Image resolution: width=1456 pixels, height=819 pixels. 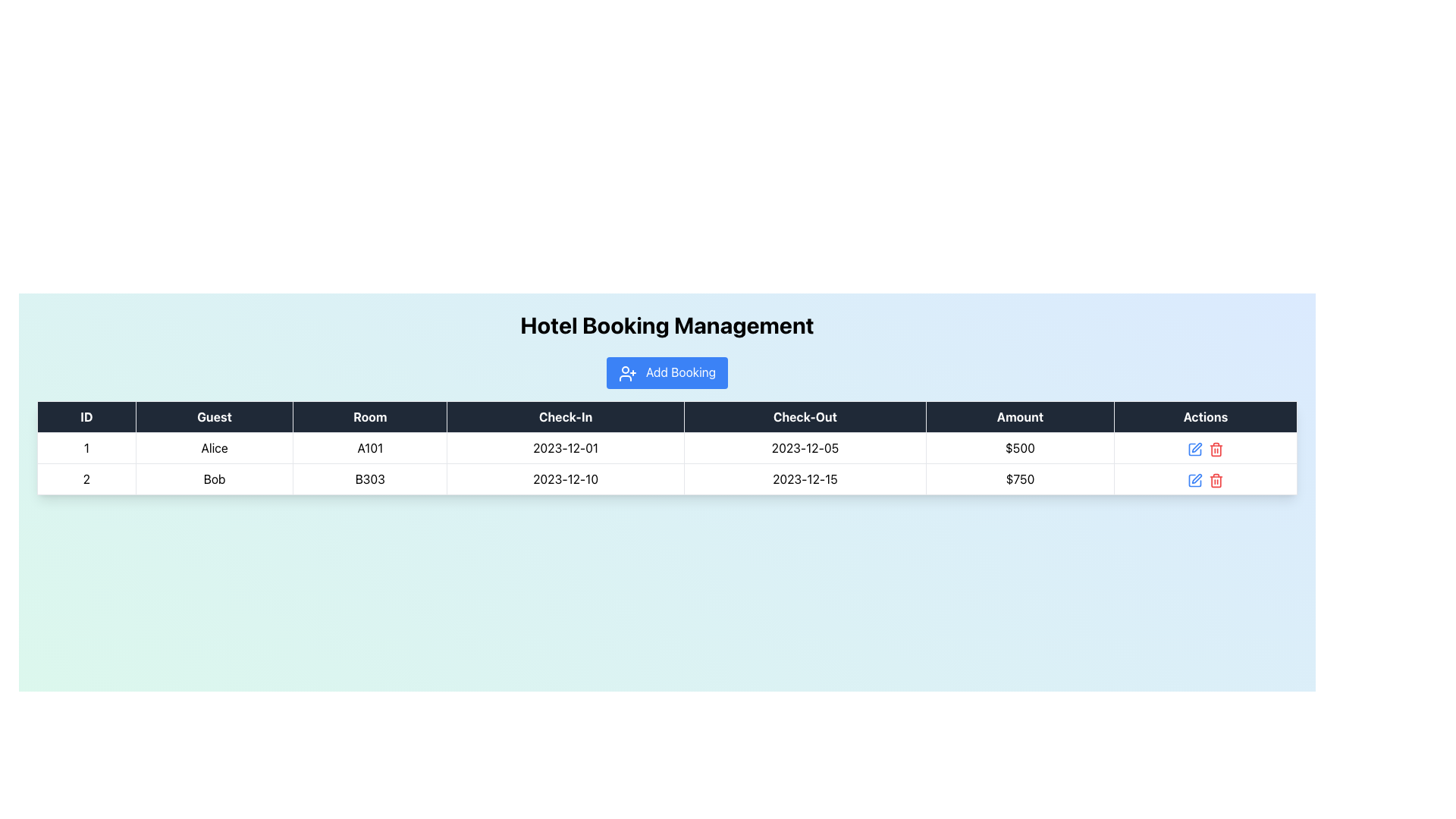 What do you see at coordinates (214, 447) in the screenshot?
I see `text 'Alice' from the Table Cell in the second column of the first row in the Hotel Booking Management section` at bounding box center [214, 447].